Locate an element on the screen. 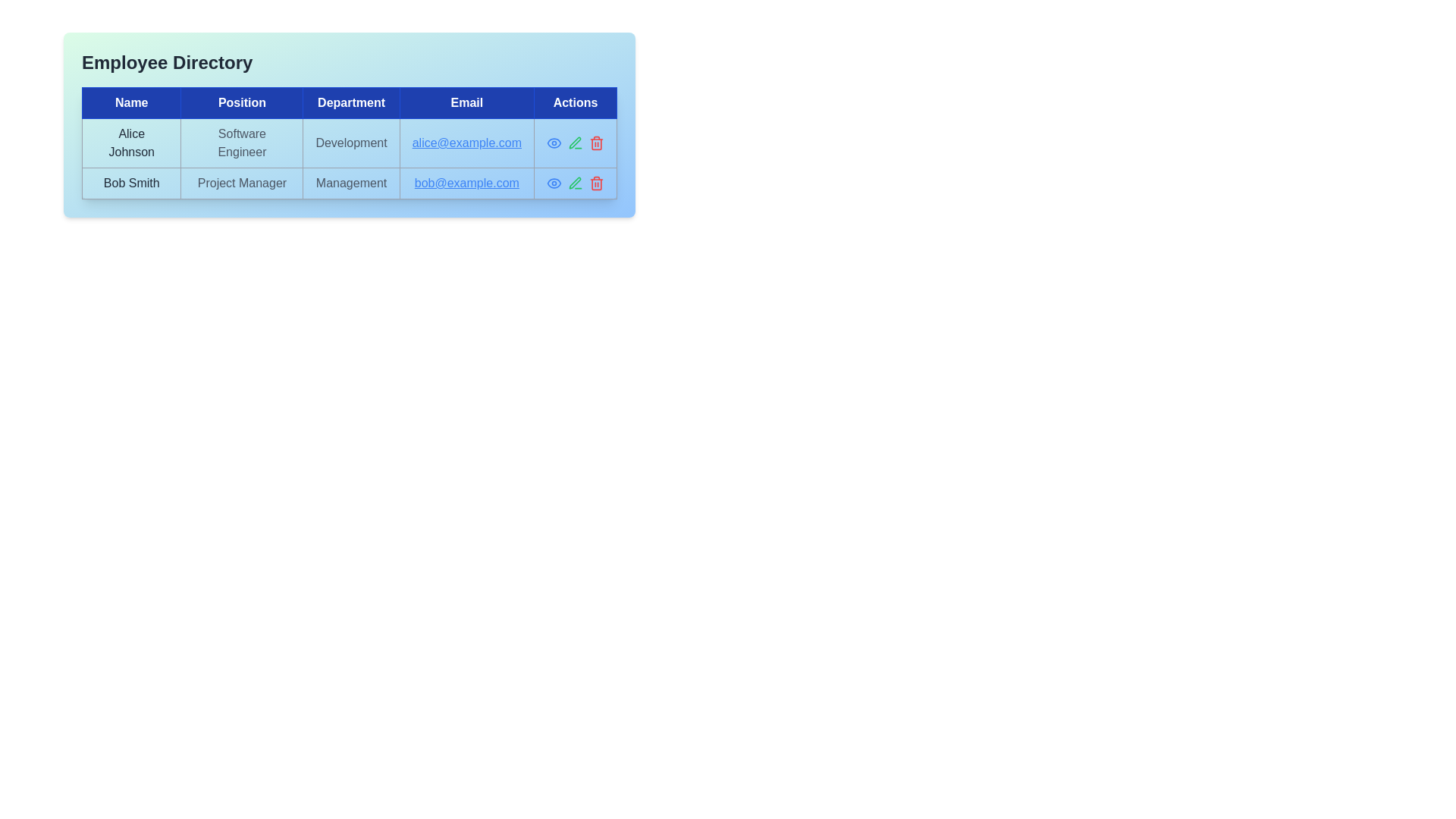 This screenshot has width=1456, height=819. the 'Actions' table header cell, which is a rectangular button-like component with white text on a blue background, located at the top-right corner of the header row is located at coordinates (574, 102).